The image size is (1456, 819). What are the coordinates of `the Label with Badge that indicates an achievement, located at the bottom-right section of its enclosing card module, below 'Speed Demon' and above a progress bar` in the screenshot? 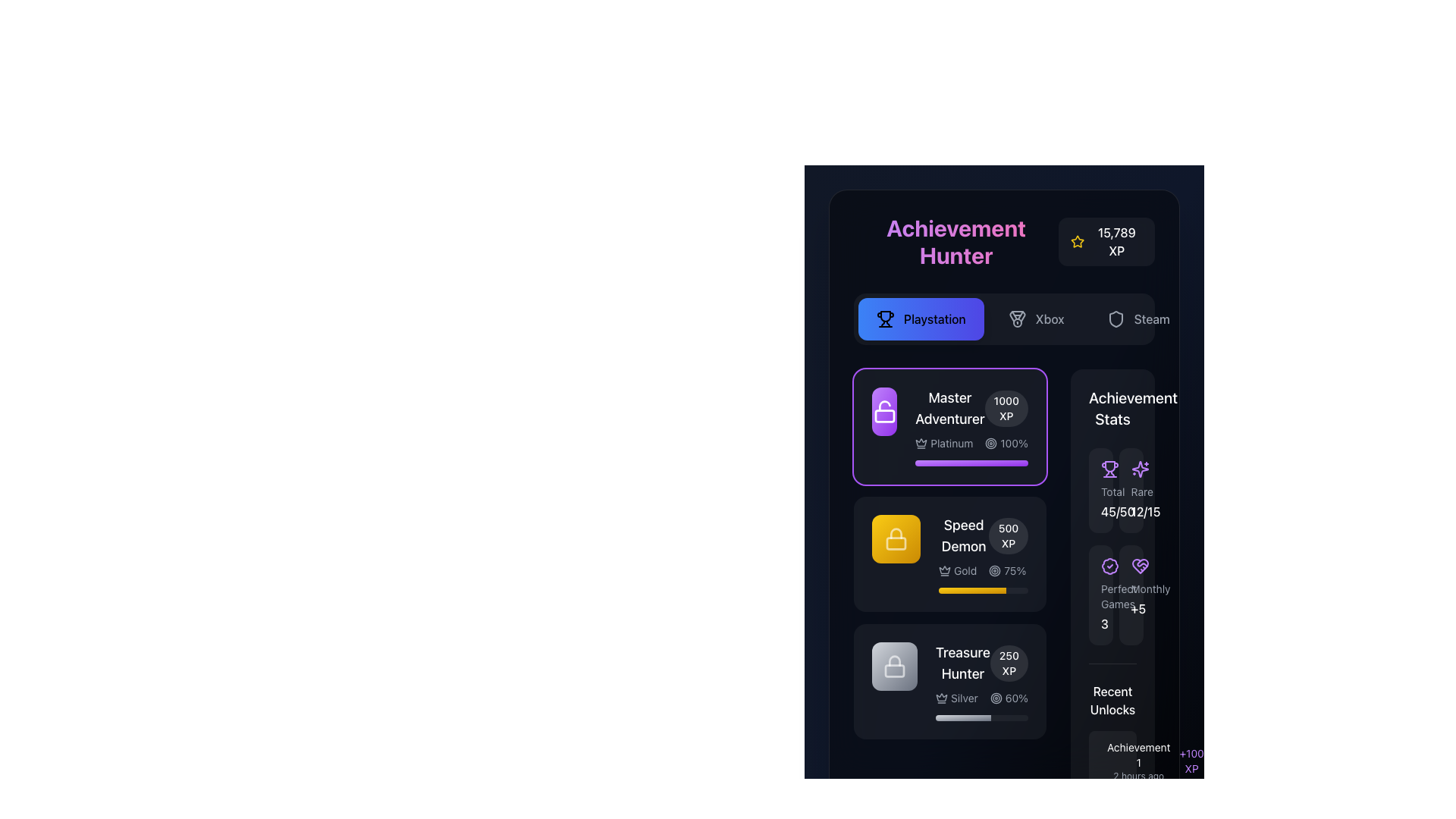 It's located at (982, 663).